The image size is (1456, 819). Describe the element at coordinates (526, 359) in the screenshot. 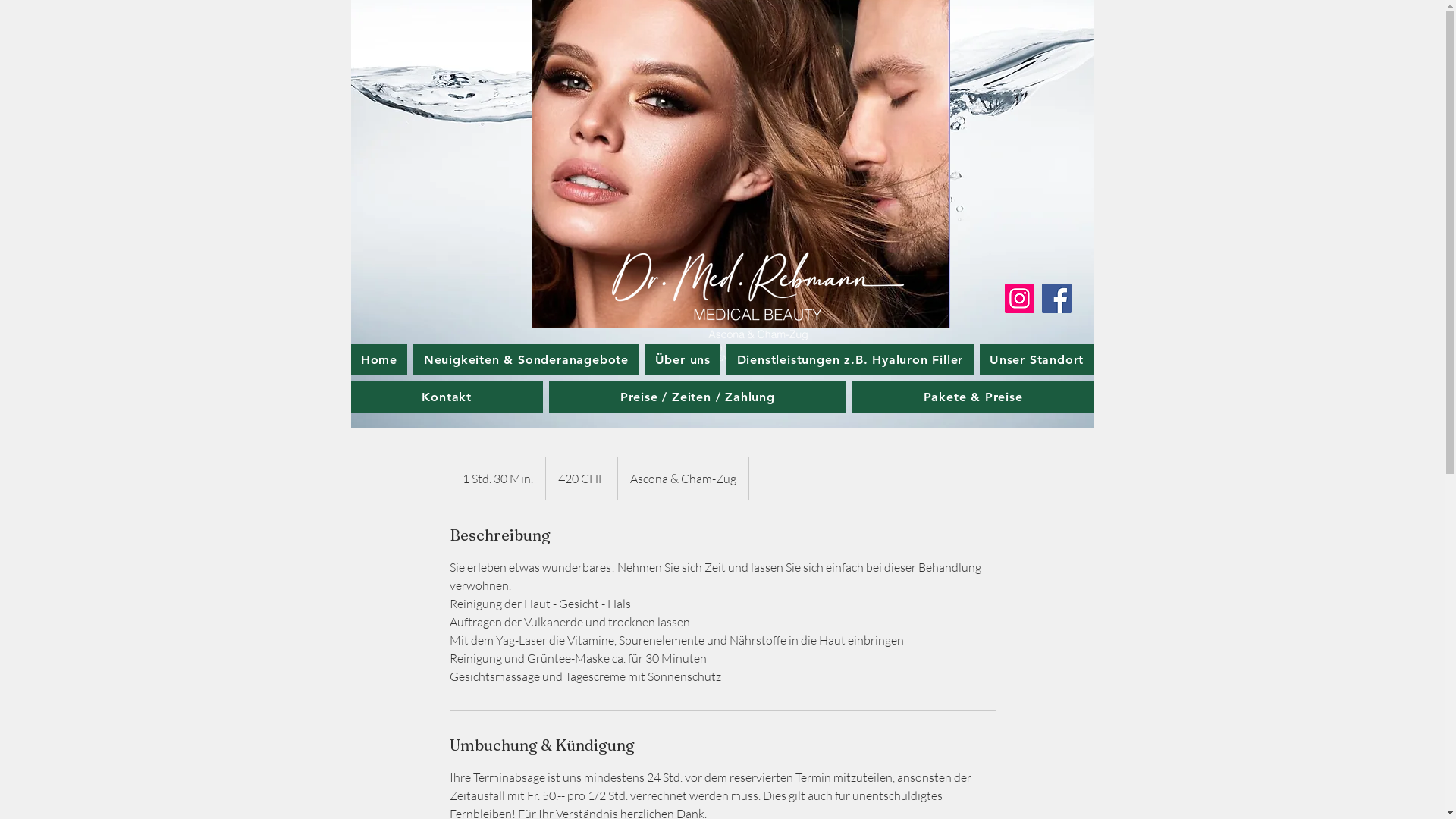

I see `'Neuigkeiten & Sonderanagebote'` at that location.